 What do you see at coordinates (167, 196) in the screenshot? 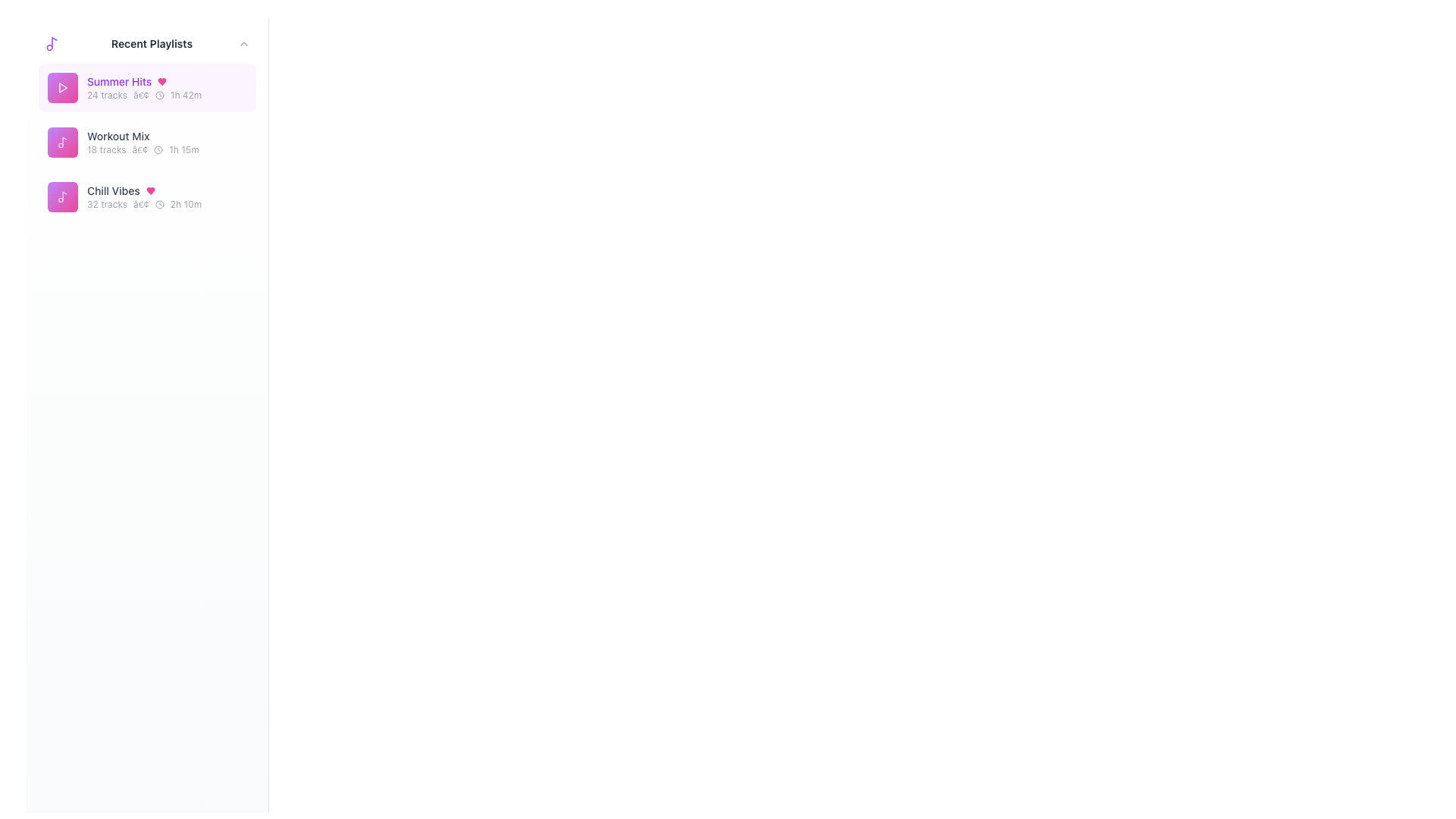
I see `the 'Chill Vibes 32 tracks • 2h 10m' playlist entry in the Recent Playlists sidebar` at bounding box center [167, 196].